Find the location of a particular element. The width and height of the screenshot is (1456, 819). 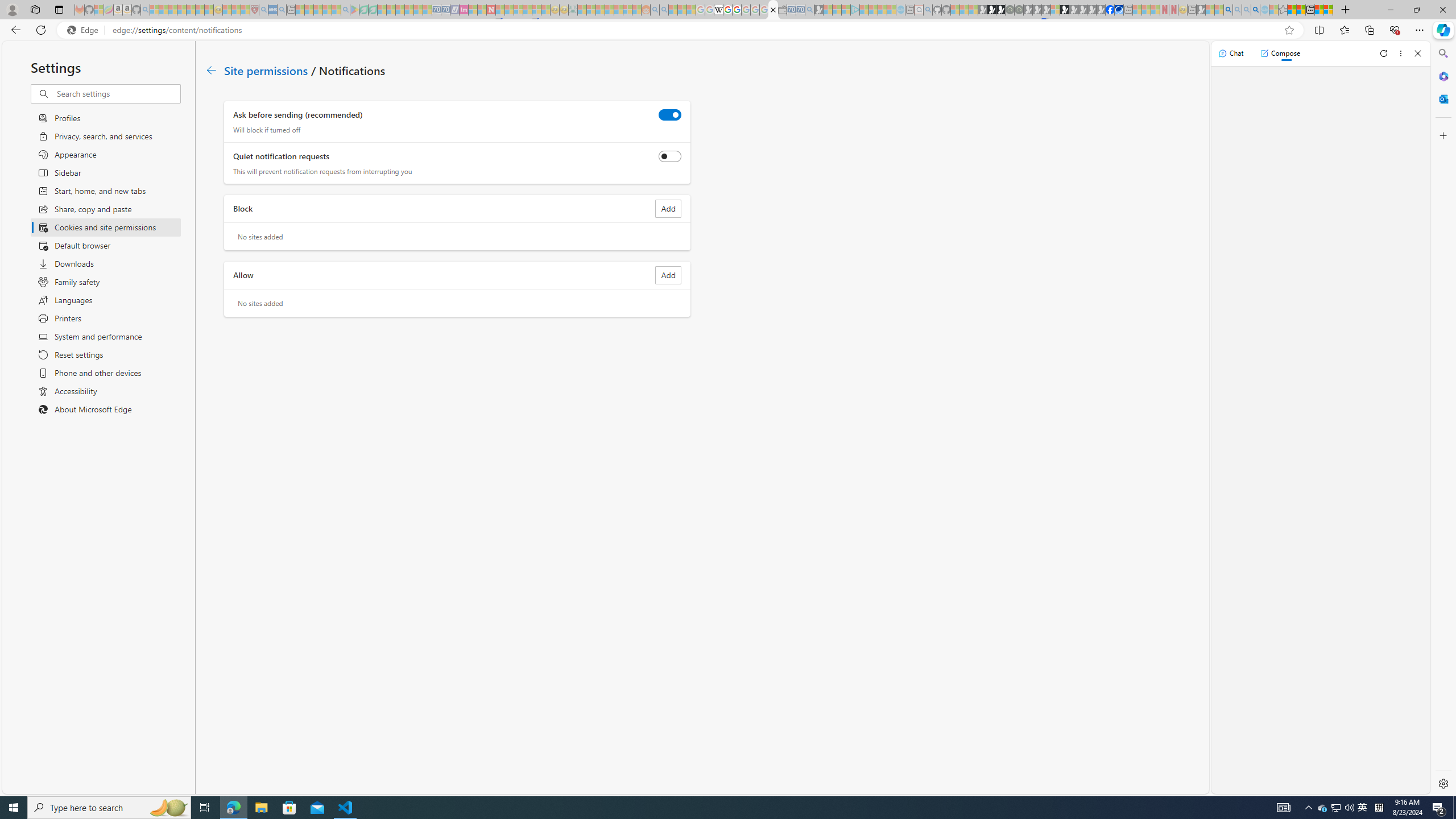

'Google Chrome Internet Browser Download - Search Images' is located at coordinates (1256, 9).